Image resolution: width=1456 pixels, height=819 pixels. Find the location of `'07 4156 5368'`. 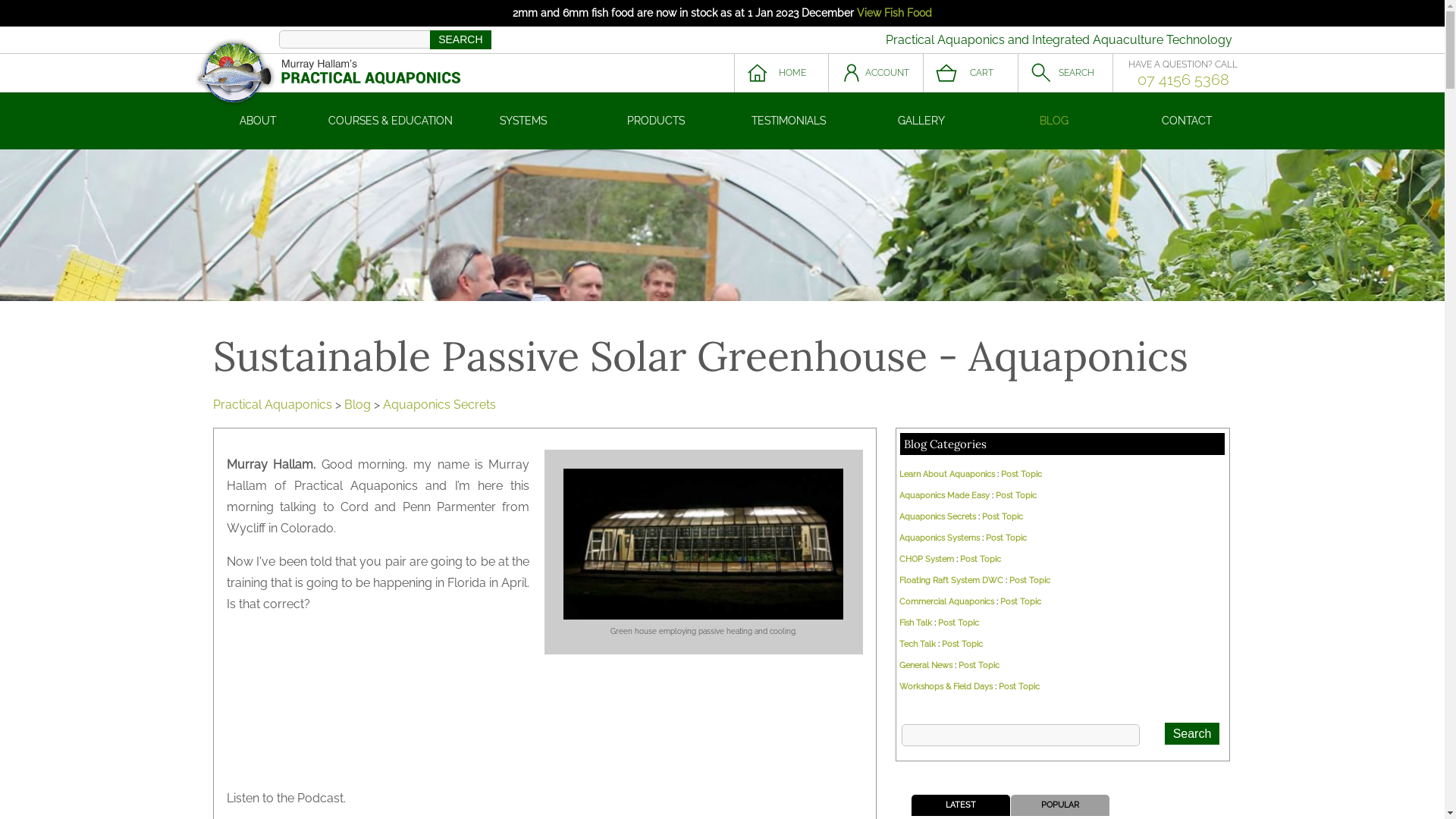

'07 4156 5368' is located at coordinates (1182, 79).